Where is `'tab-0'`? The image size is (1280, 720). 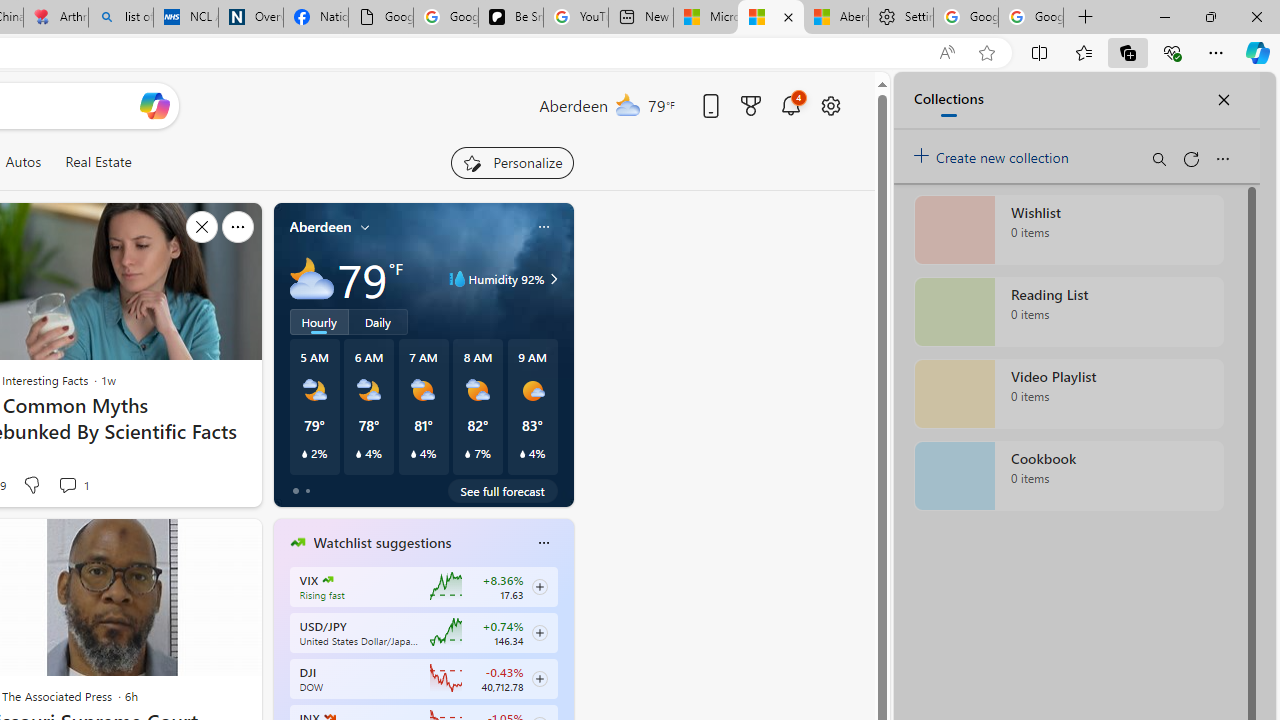
'tab-0' is located at coordinates (294, 491).